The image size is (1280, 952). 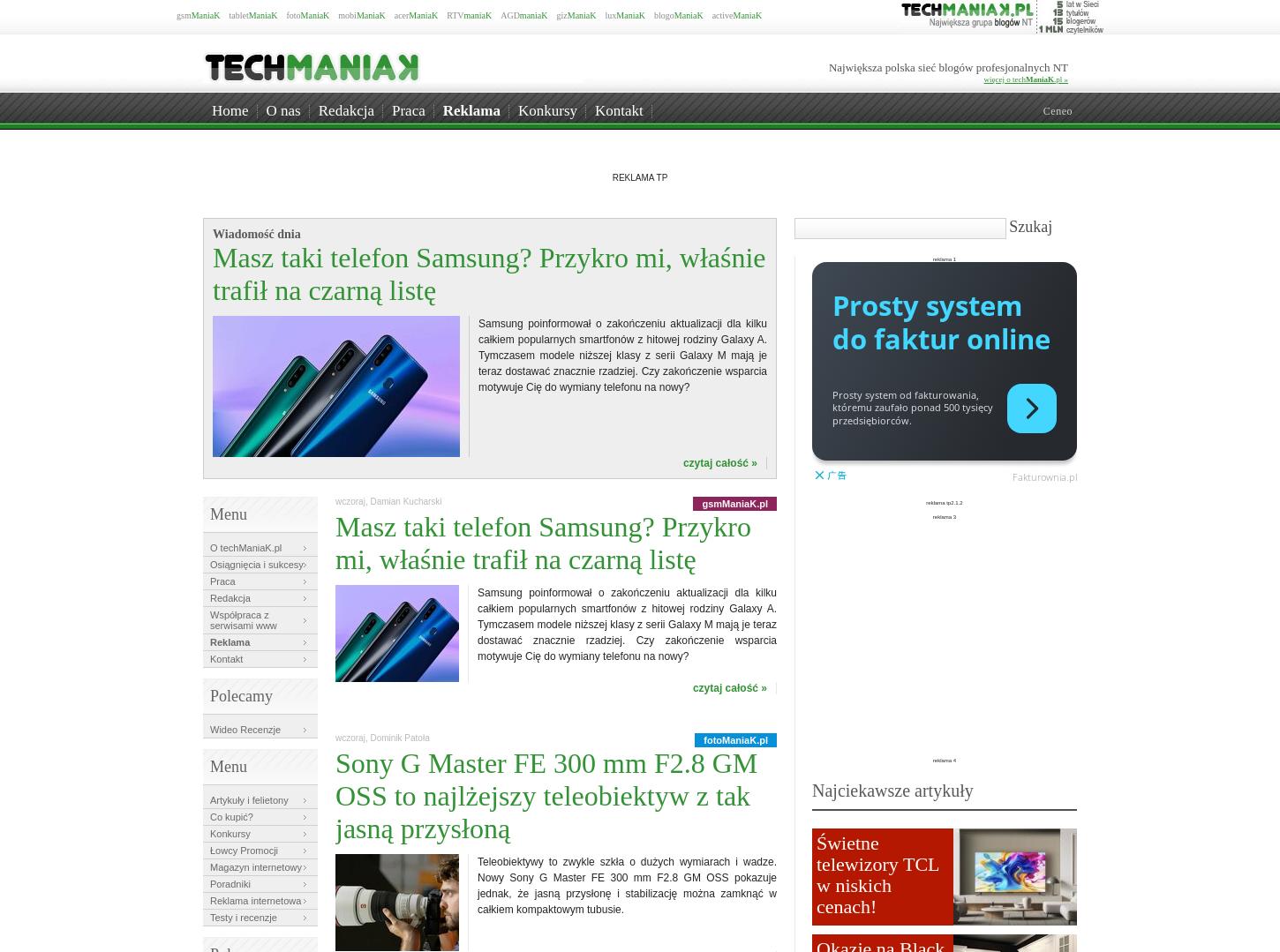 I want to click on 'Mobilna Pasja', so click(x=1020, y=116).